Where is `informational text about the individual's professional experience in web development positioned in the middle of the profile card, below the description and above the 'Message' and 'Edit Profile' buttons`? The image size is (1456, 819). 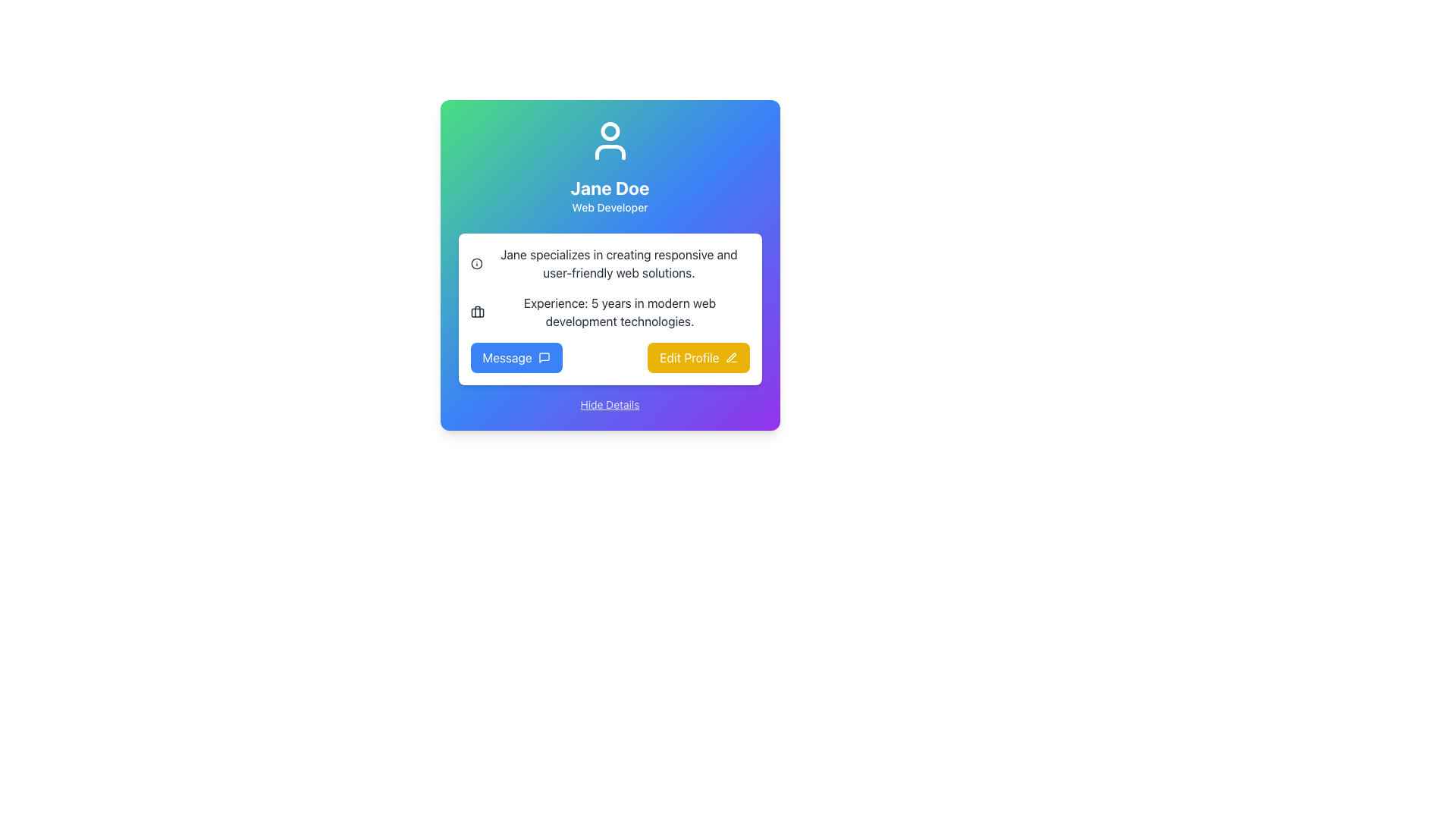
informational text about the individual's professional experience in web development positioned in the middle of the profile card, below the description and above the 'Message' and 'Edit Profile' buttons is located at coordinates (610, 312).